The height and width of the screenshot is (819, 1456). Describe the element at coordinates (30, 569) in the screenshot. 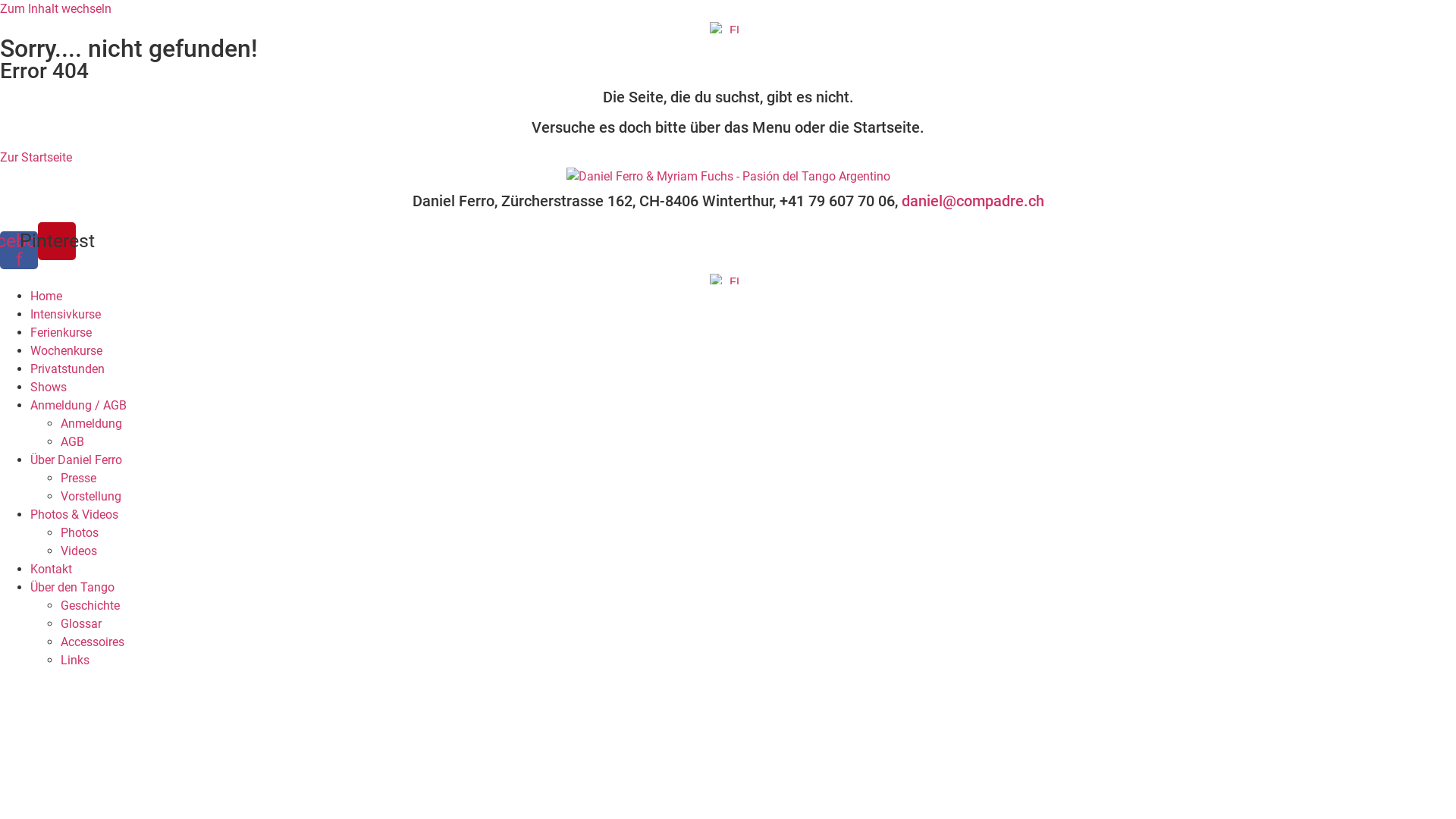

I see `'Kontakt'` at that location.